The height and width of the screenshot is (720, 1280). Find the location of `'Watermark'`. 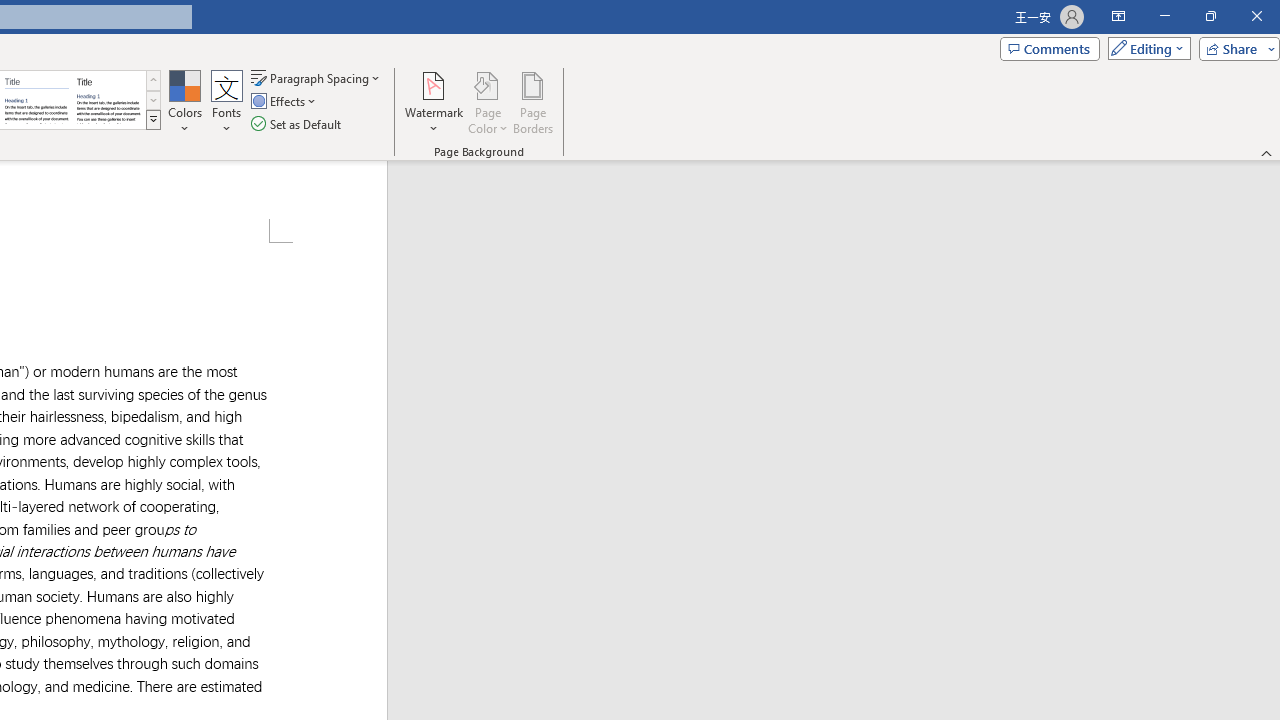

'Watermark' is located at coordinates (433, 103).